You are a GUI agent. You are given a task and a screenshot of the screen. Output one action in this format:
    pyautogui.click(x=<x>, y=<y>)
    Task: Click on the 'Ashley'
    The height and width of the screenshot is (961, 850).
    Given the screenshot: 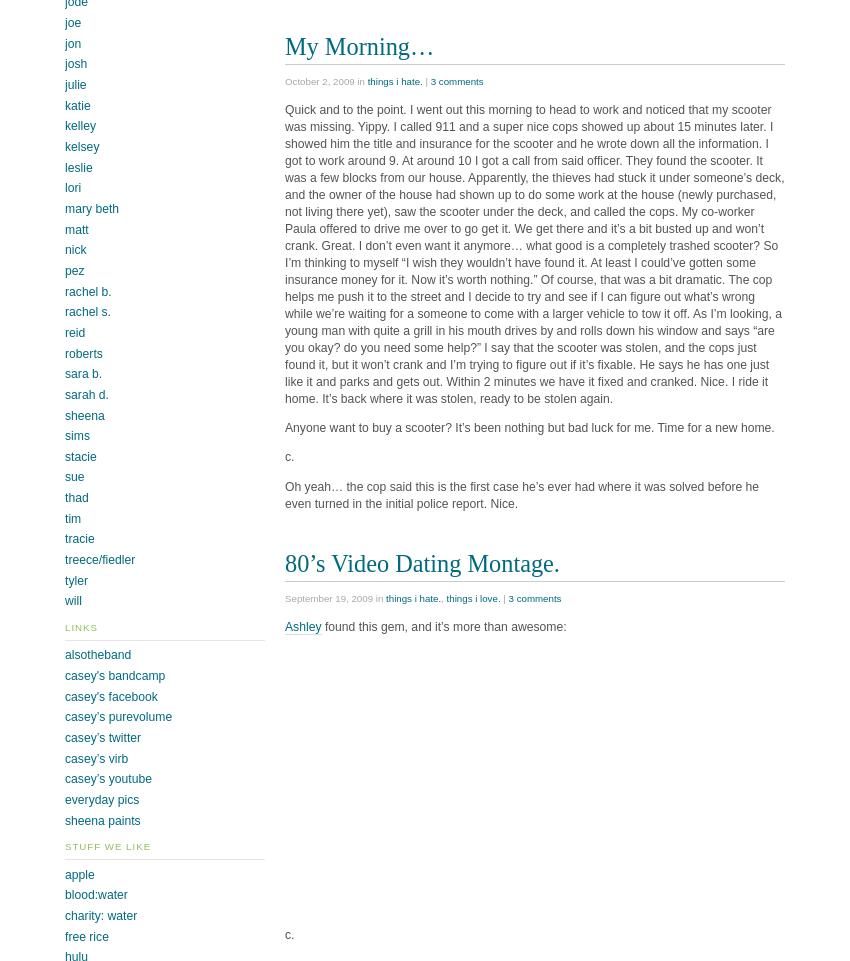 What is the action you would take?
    pyautogui.click(x=303, y=625)
    